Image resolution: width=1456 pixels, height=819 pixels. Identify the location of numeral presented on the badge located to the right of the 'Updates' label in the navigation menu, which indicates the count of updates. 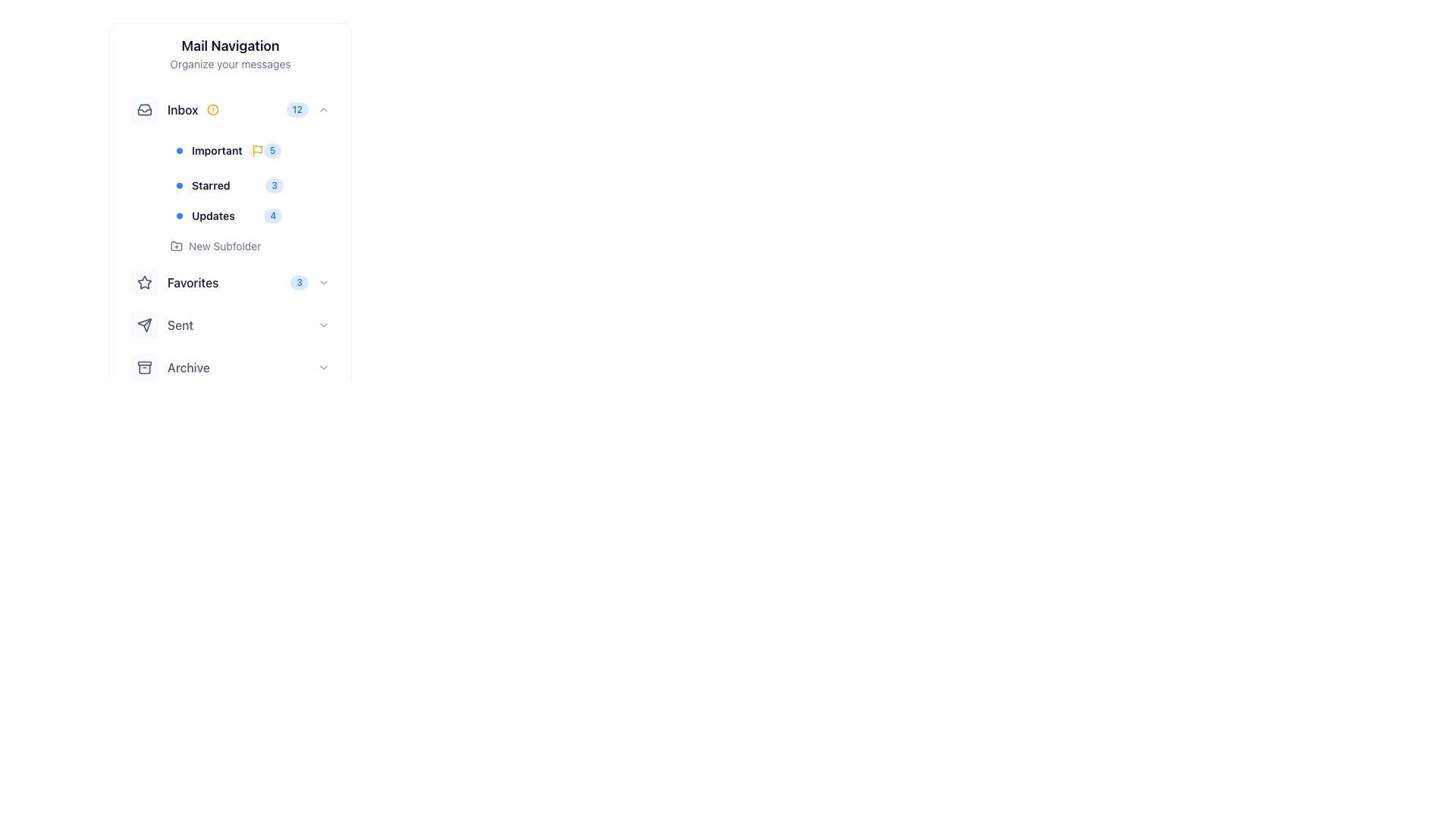
(273, 216).